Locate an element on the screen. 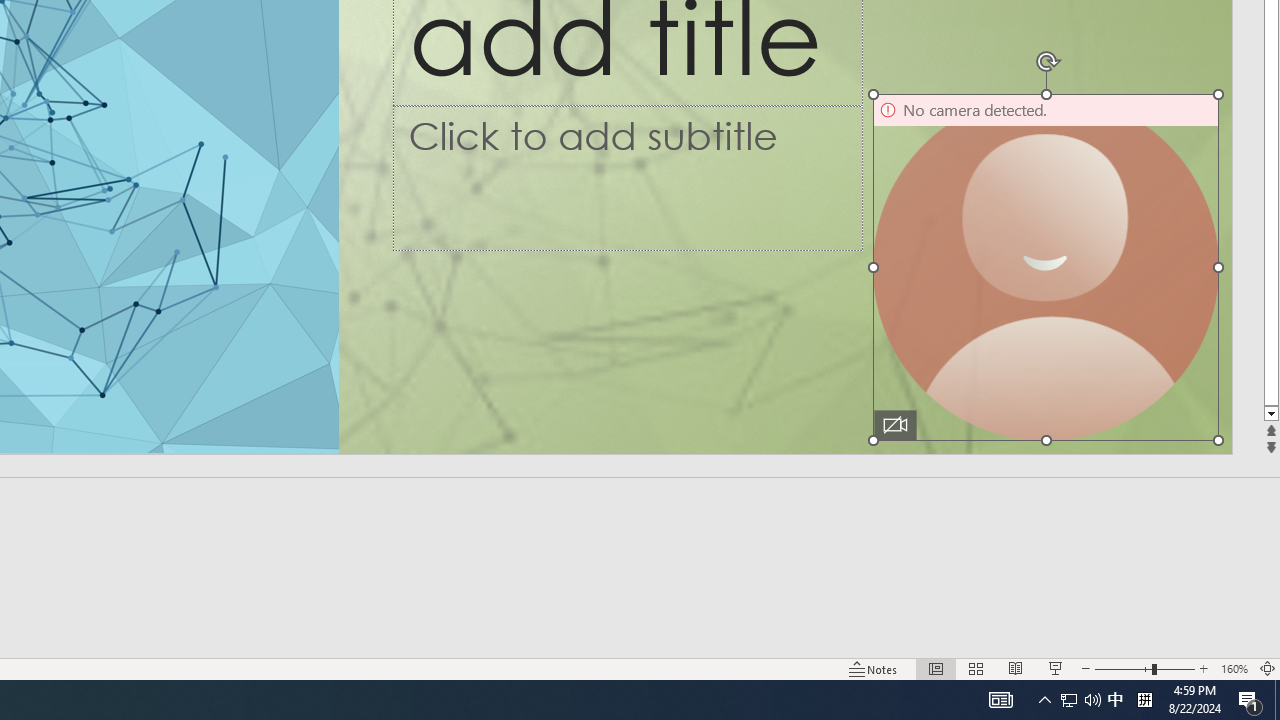 The width and height of the screenshot is (1280, 720). 'Zoom 160%' is located at coordinates (1233, 669).